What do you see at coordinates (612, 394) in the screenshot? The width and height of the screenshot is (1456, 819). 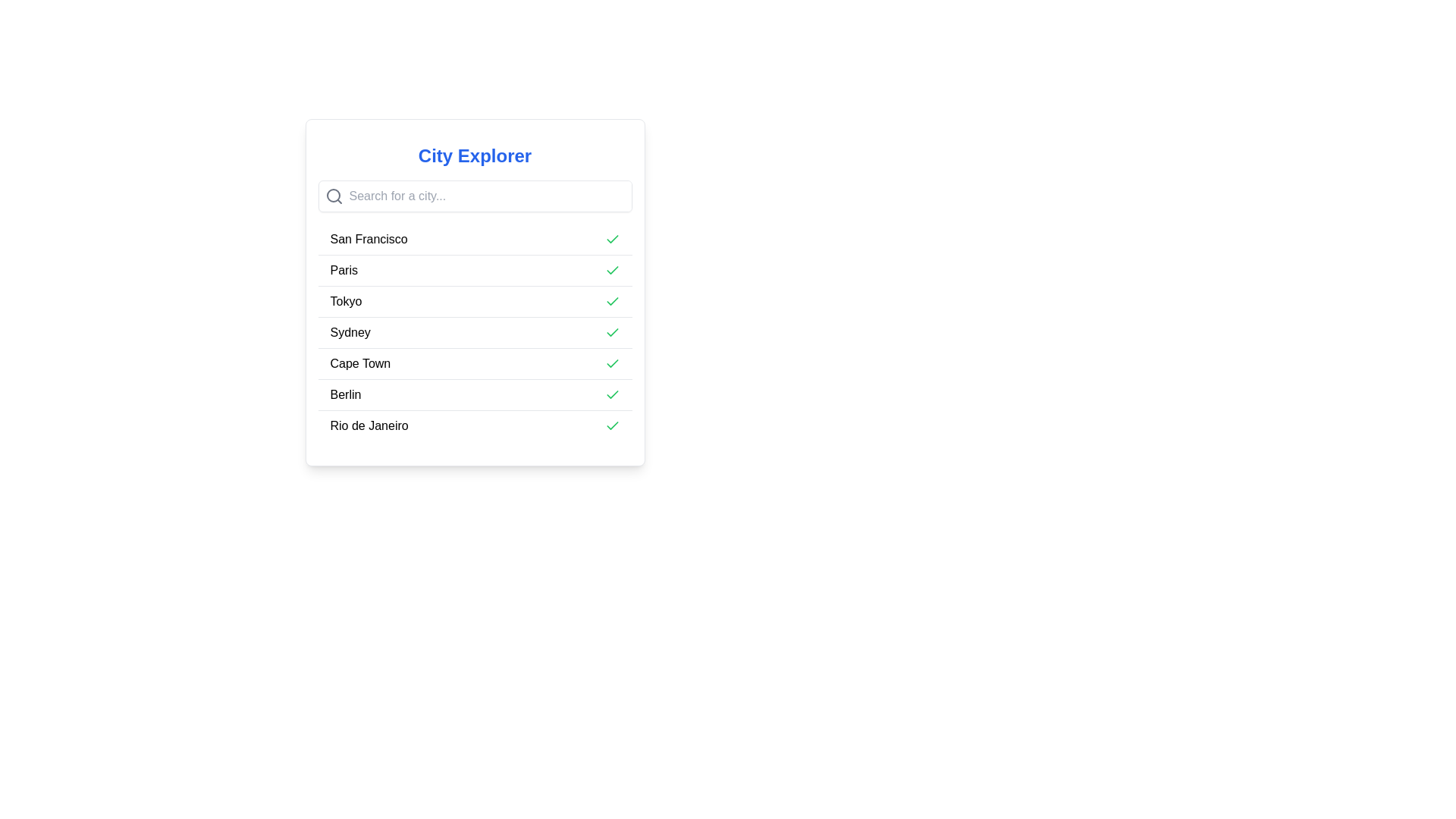 I see `the visual indicator icon for the city 'Berlin'` at bounding box center [612, 394].